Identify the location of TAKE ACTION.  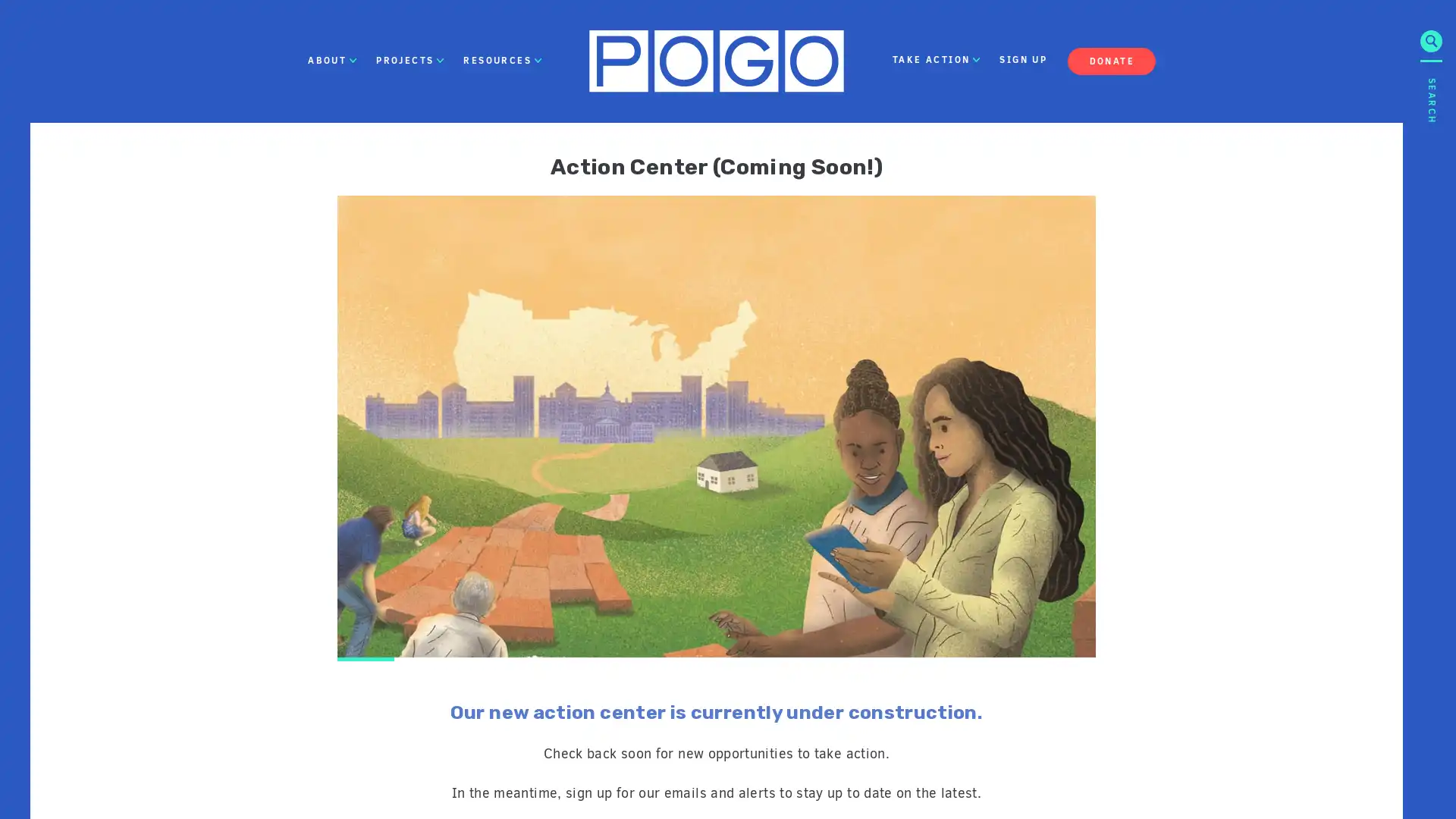
(935, 60).